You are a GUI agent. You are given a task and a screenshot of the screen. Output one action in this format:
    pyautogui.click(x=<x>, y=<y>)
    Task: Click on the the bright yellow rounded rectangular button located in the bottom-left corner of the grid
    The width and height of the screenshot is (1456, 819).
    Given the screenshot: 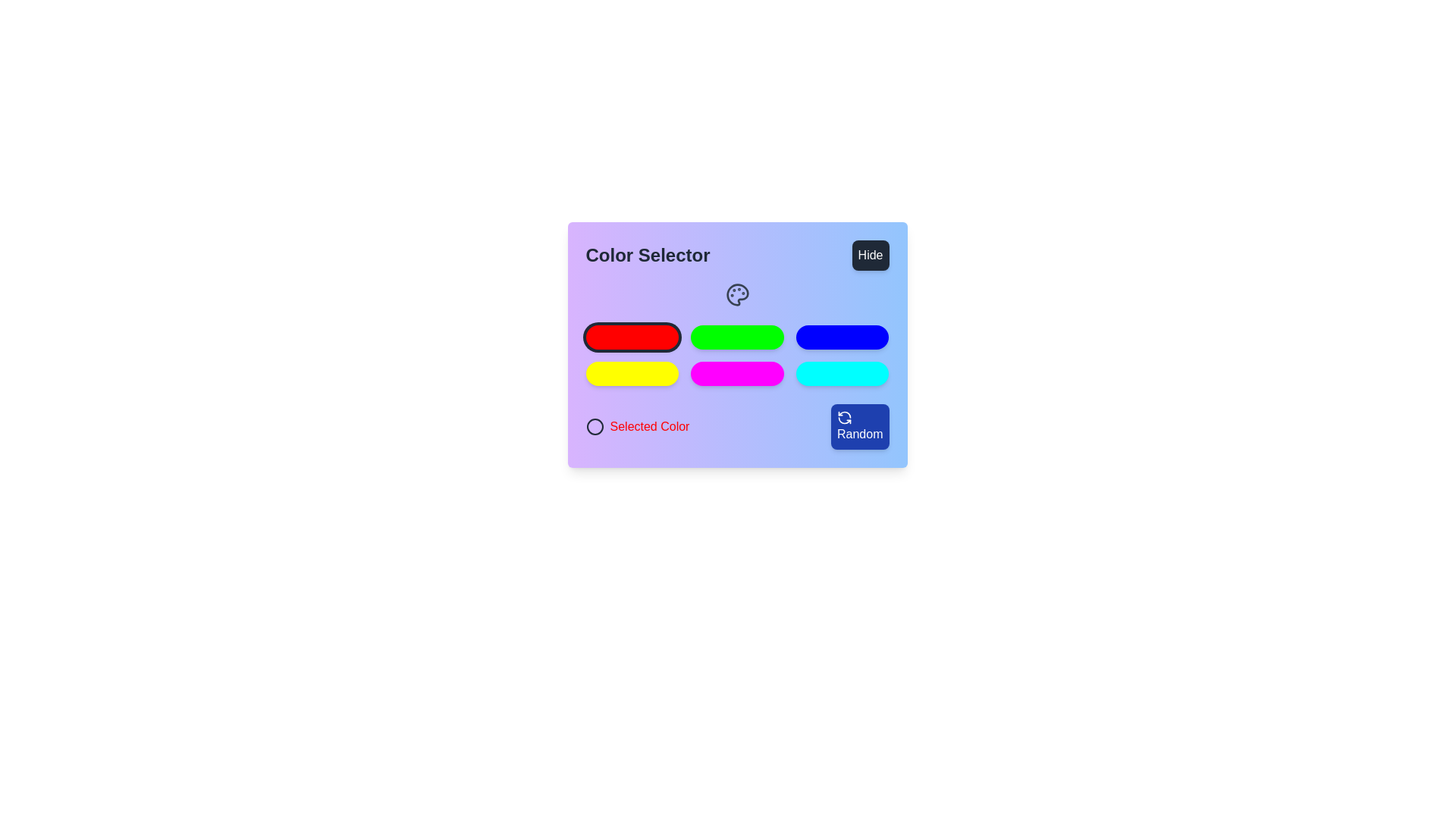 What is the action you would take?
    pyautogui.click(x=632, y=374)
    